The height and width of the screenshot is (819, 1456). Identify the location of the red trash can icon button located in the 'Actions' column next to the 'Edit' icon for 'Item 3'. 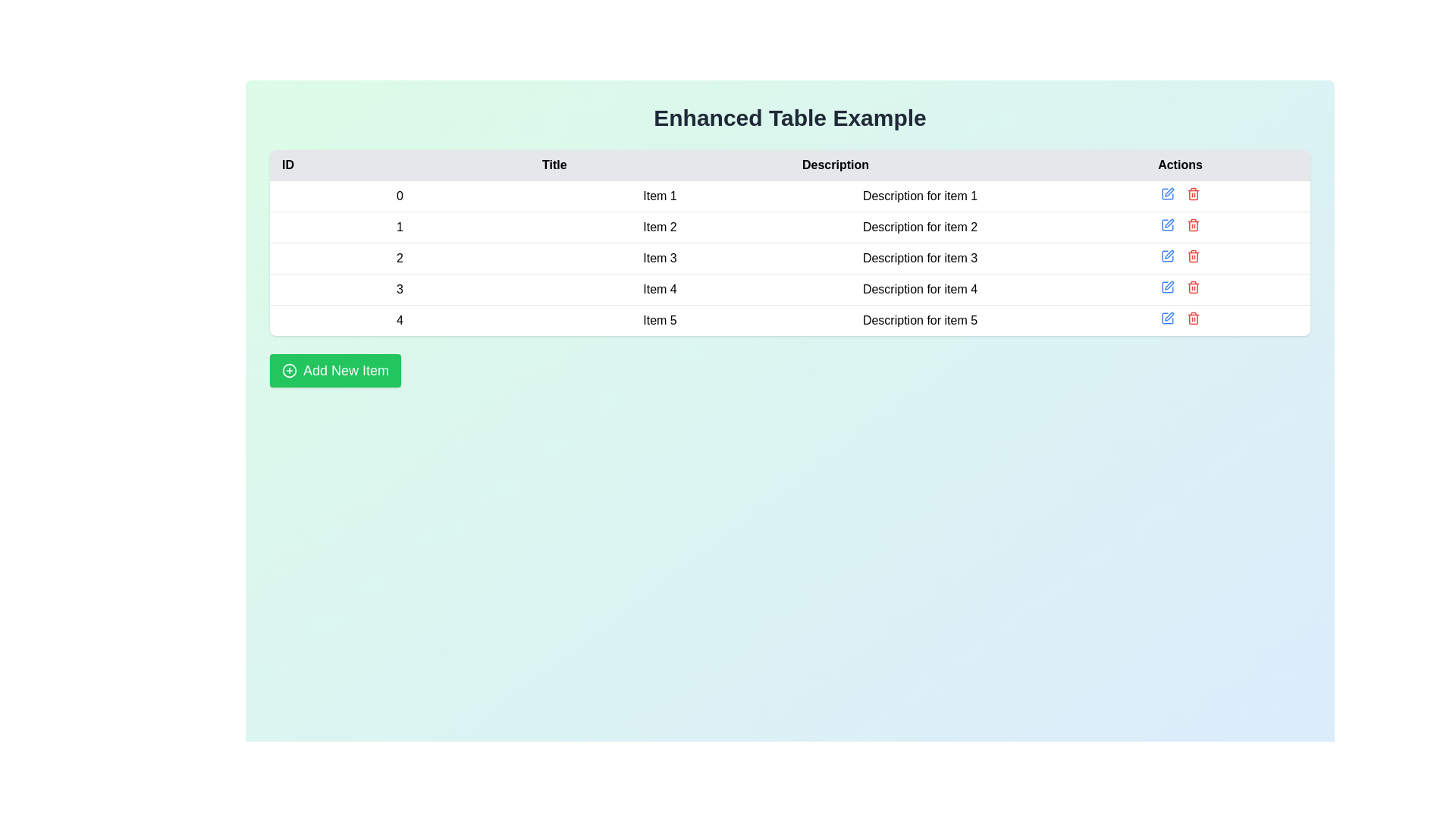
(1192, 256).